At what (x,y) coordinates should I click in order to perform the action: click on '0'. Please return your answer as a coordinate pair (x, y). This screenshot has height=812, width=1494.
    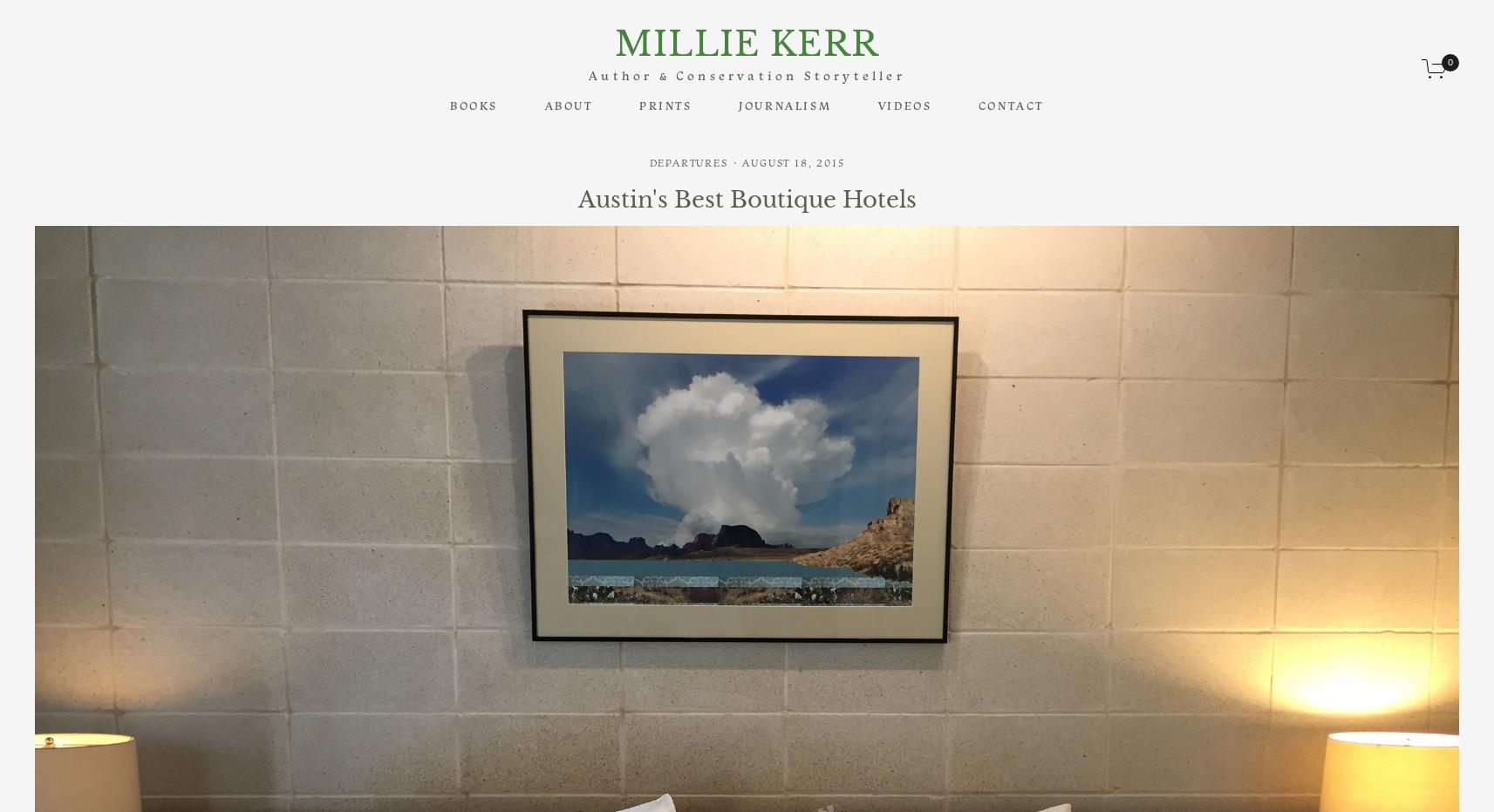
    Looking at the image, I should click on (1450, 62).